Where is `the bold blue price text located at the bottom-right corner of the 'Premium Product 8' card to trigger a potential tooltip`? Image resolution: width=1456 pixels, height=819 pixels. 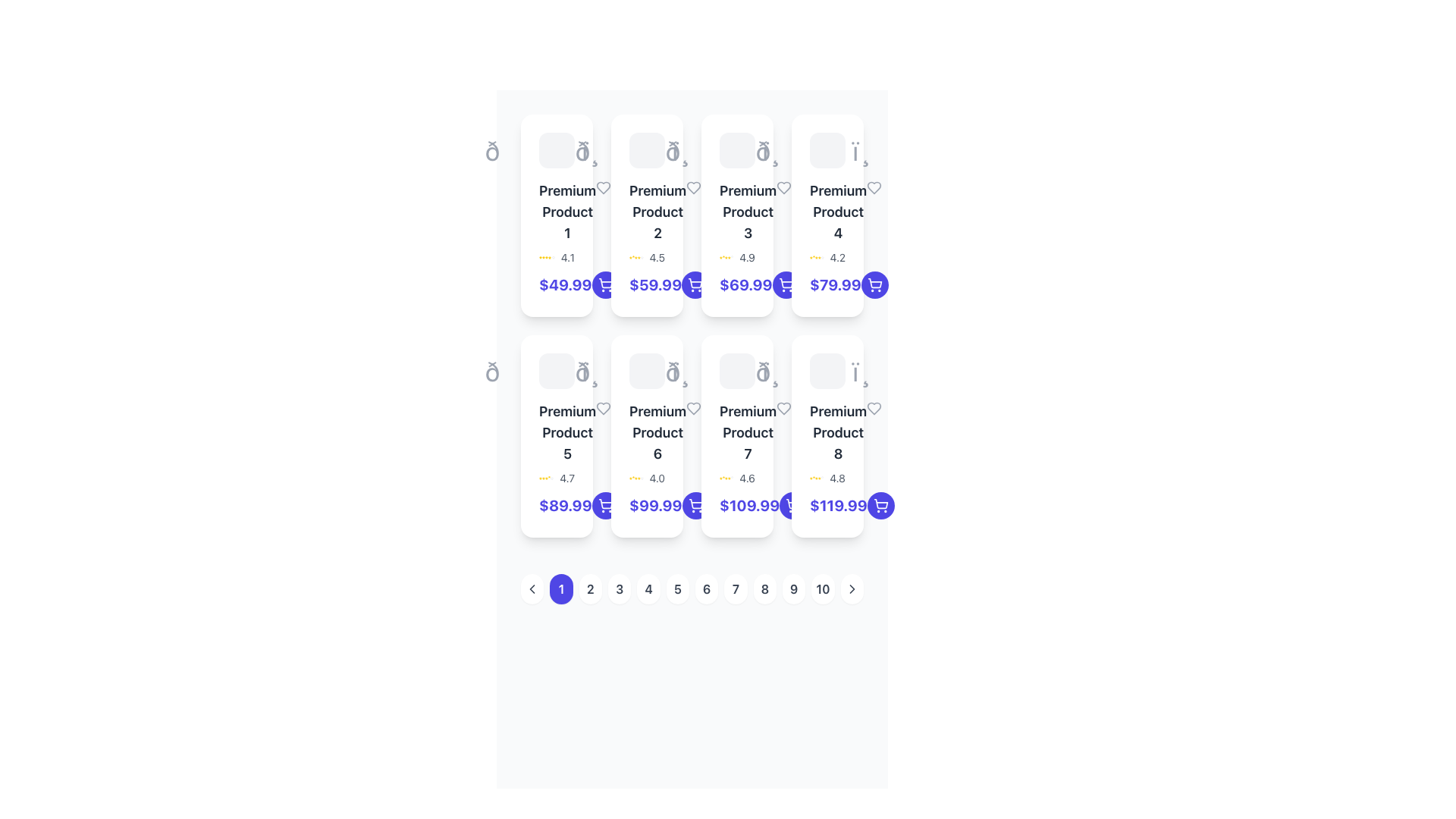
the bold blue price text located at the bottom-right corner of the 'Premium Product 8' card to trigger a potential tooltip is located at coordinates (827, 506).